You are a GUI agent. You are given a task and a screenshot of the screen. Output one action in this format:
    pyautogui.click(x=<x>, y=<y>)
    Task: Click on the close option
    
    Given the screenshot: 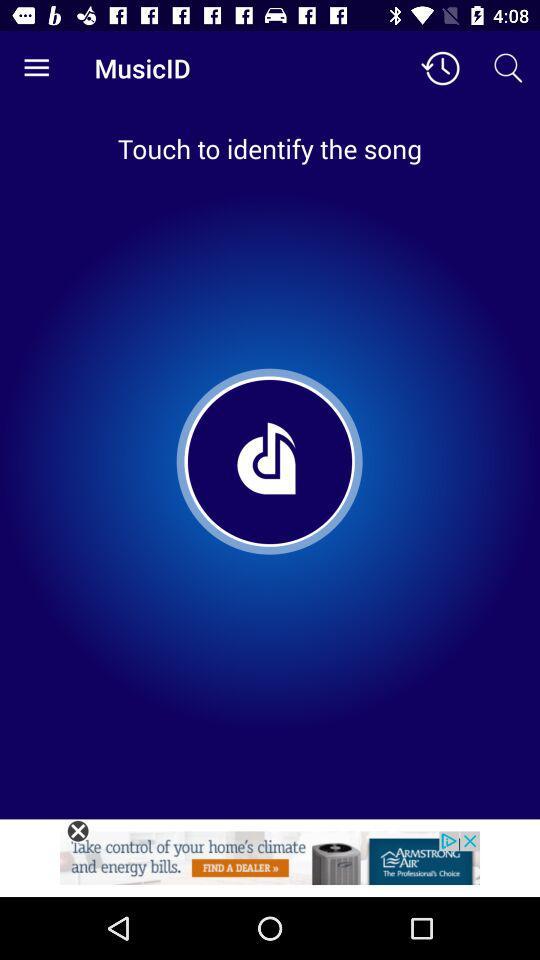 What is the action you would take?
    pyautogui.click(x=77, y=831)
    